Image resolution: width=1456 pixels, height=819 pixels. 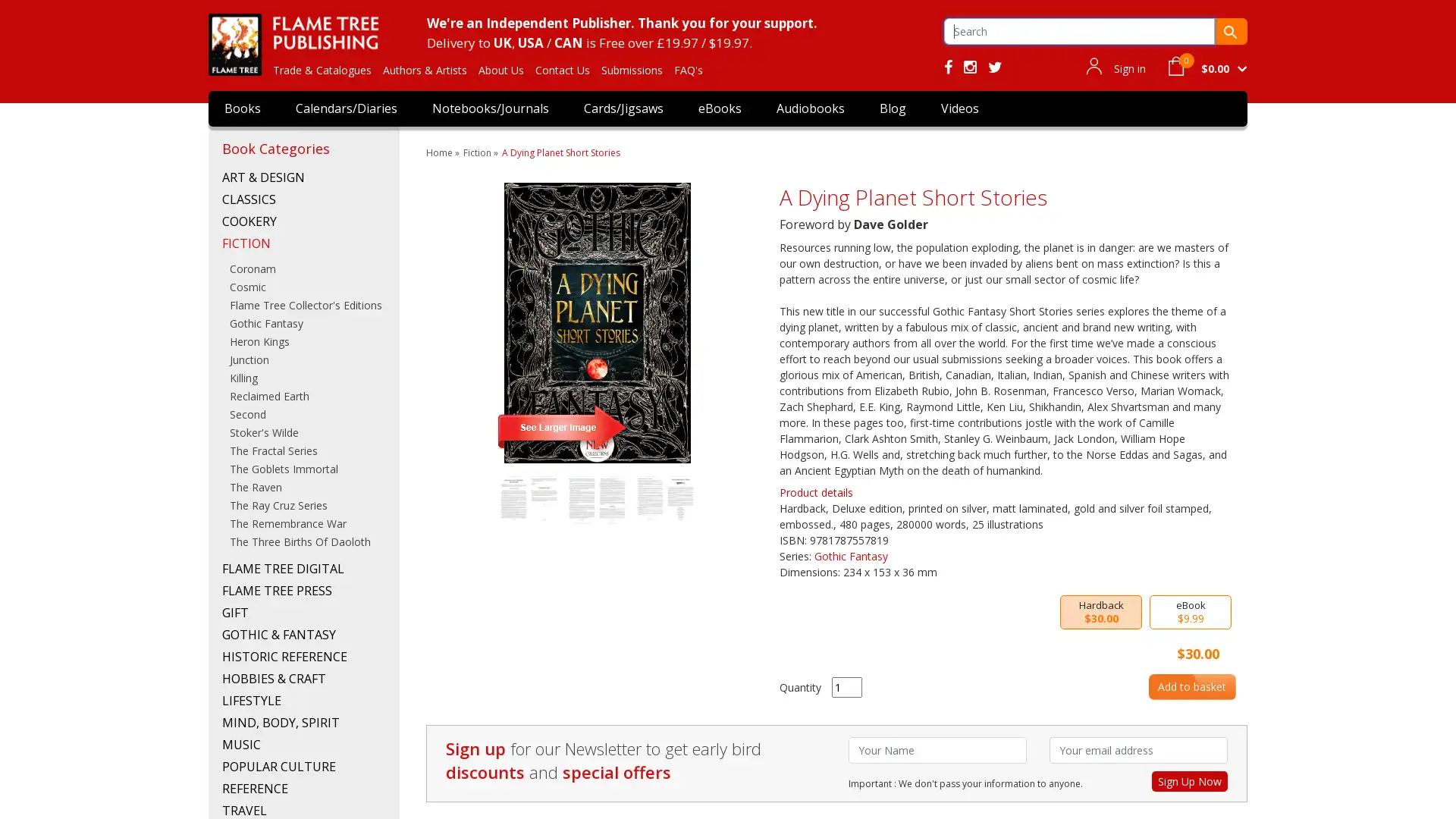 I want to click on Sign Up Now, so click(x=1189, y=781).